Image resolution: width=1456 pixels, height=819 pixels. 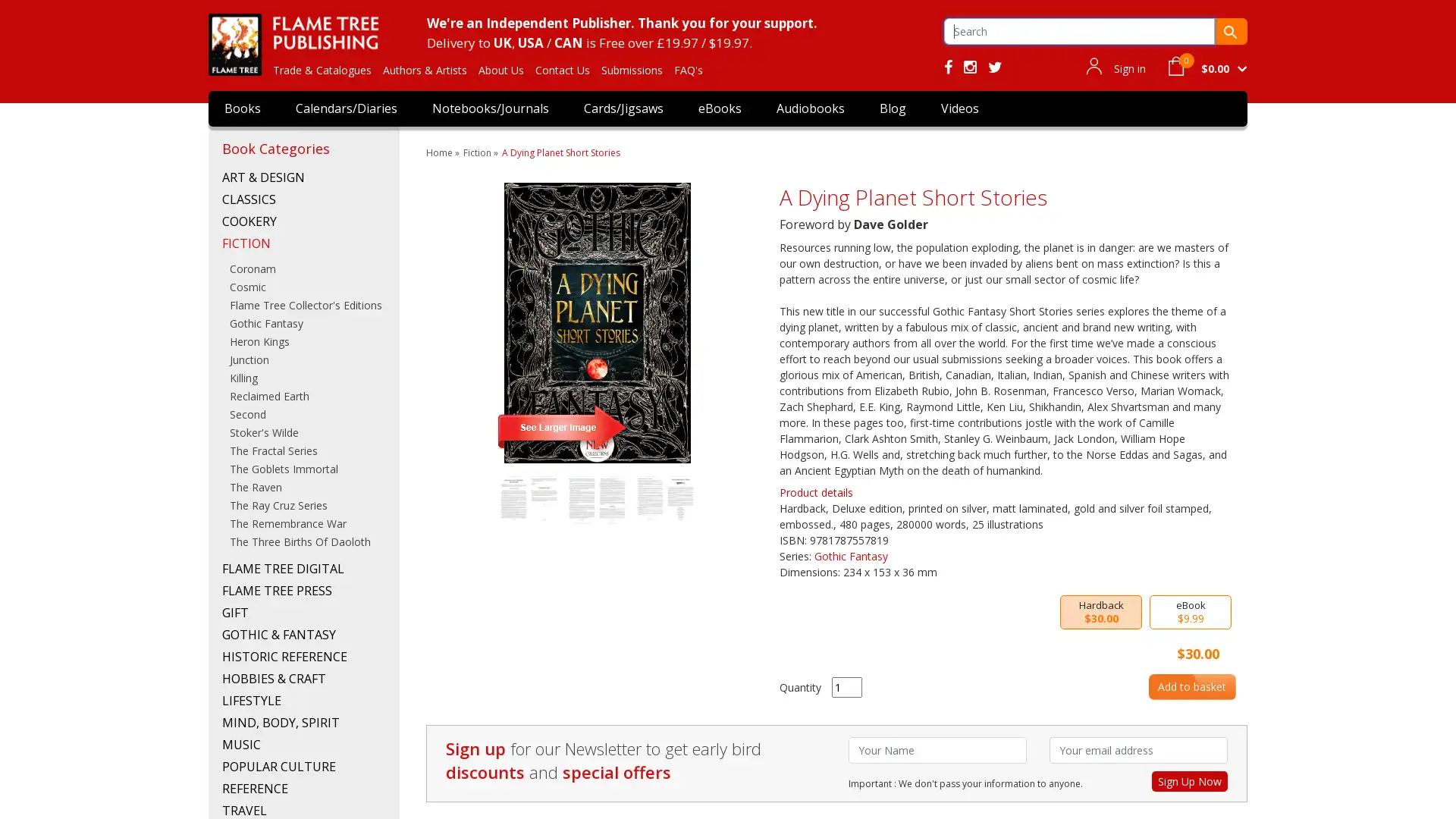 I want to click on Sign Up Now, so click(x=1189, y=781).